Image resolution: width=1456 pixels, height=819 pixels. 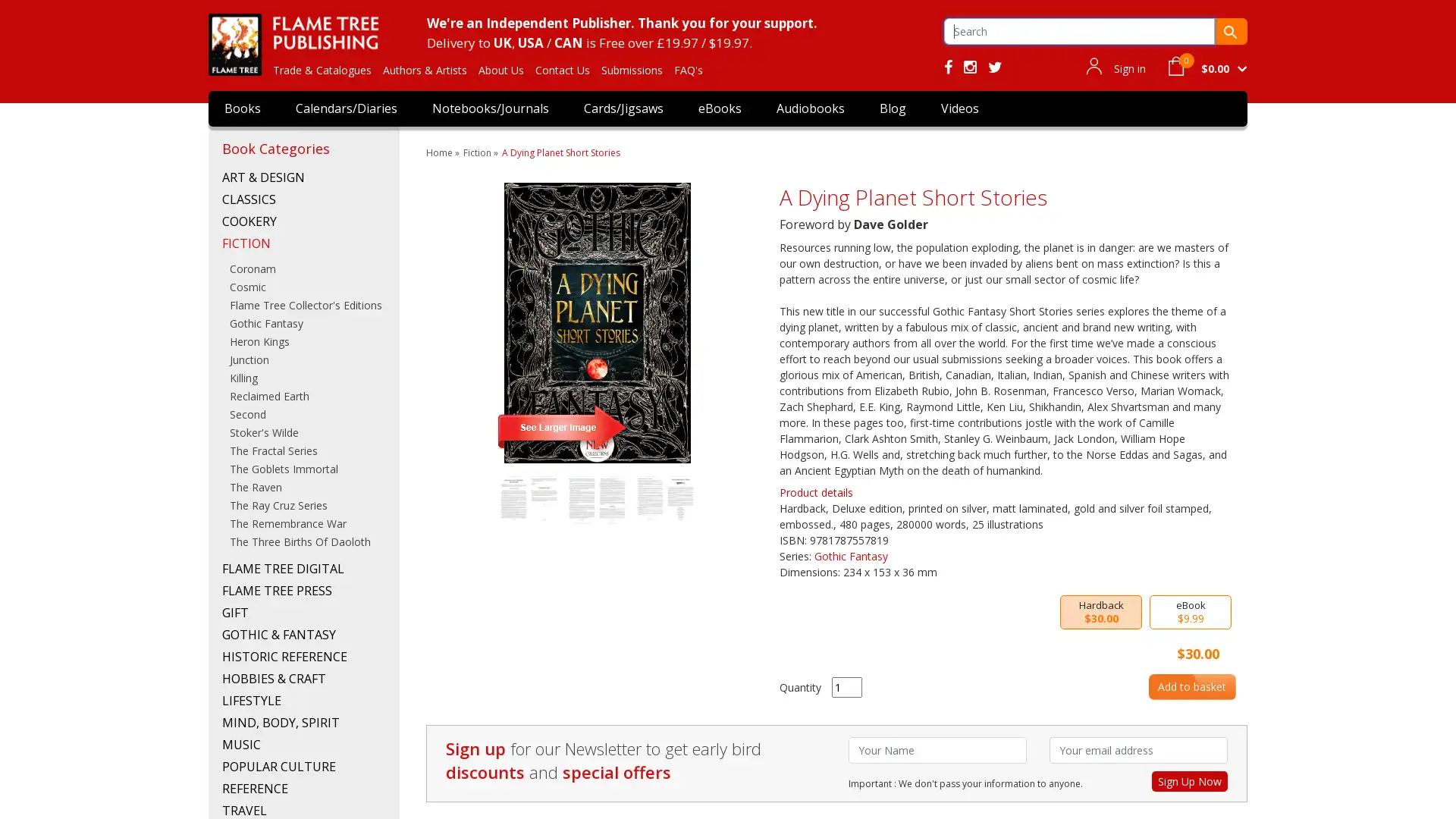 I want to click on Sign Up Now, so click(x=1189, y=781).